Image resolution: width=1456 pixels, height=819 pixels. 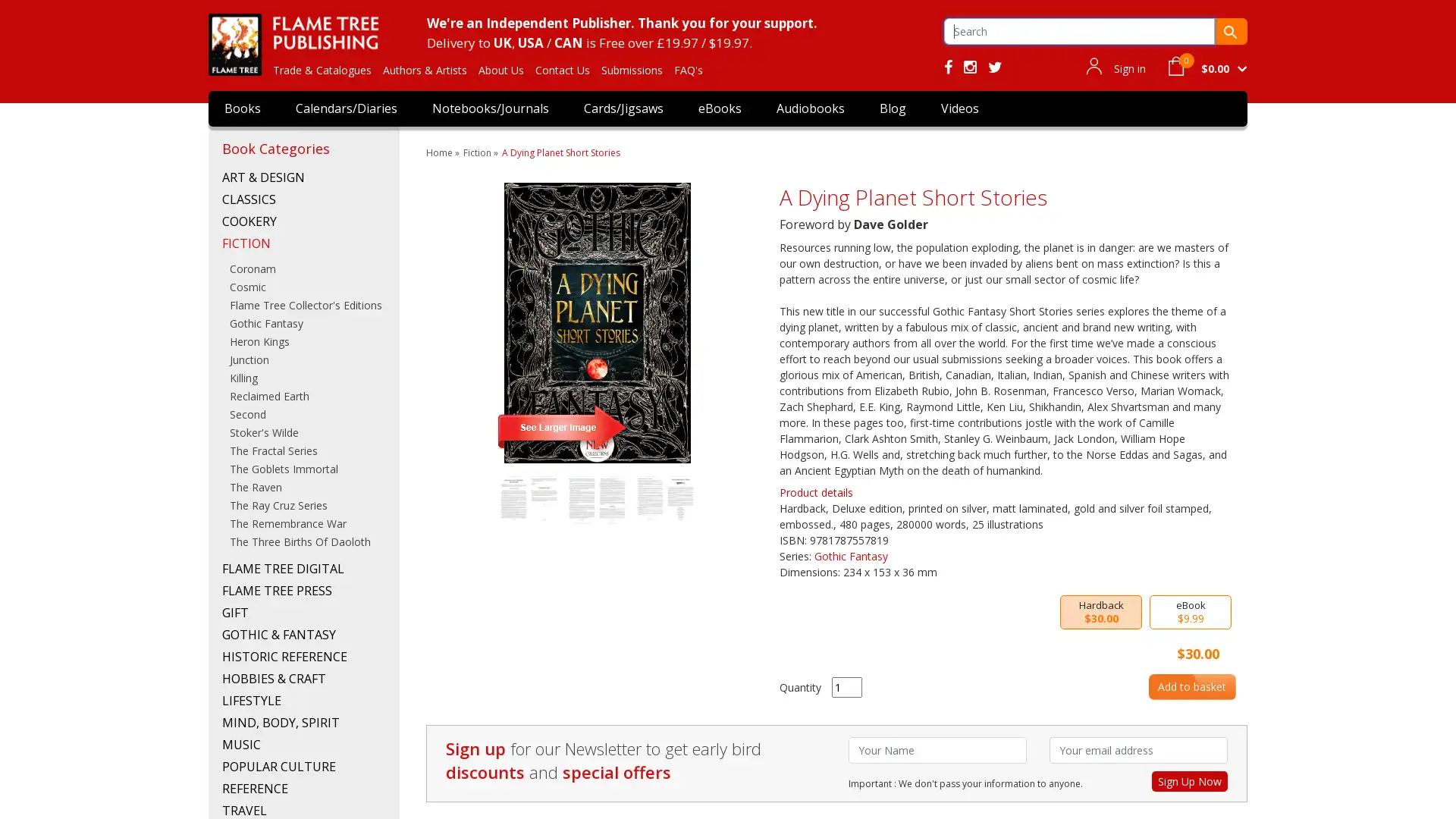 I want to click on Sign Up Now, so click(x=1189, y=781).